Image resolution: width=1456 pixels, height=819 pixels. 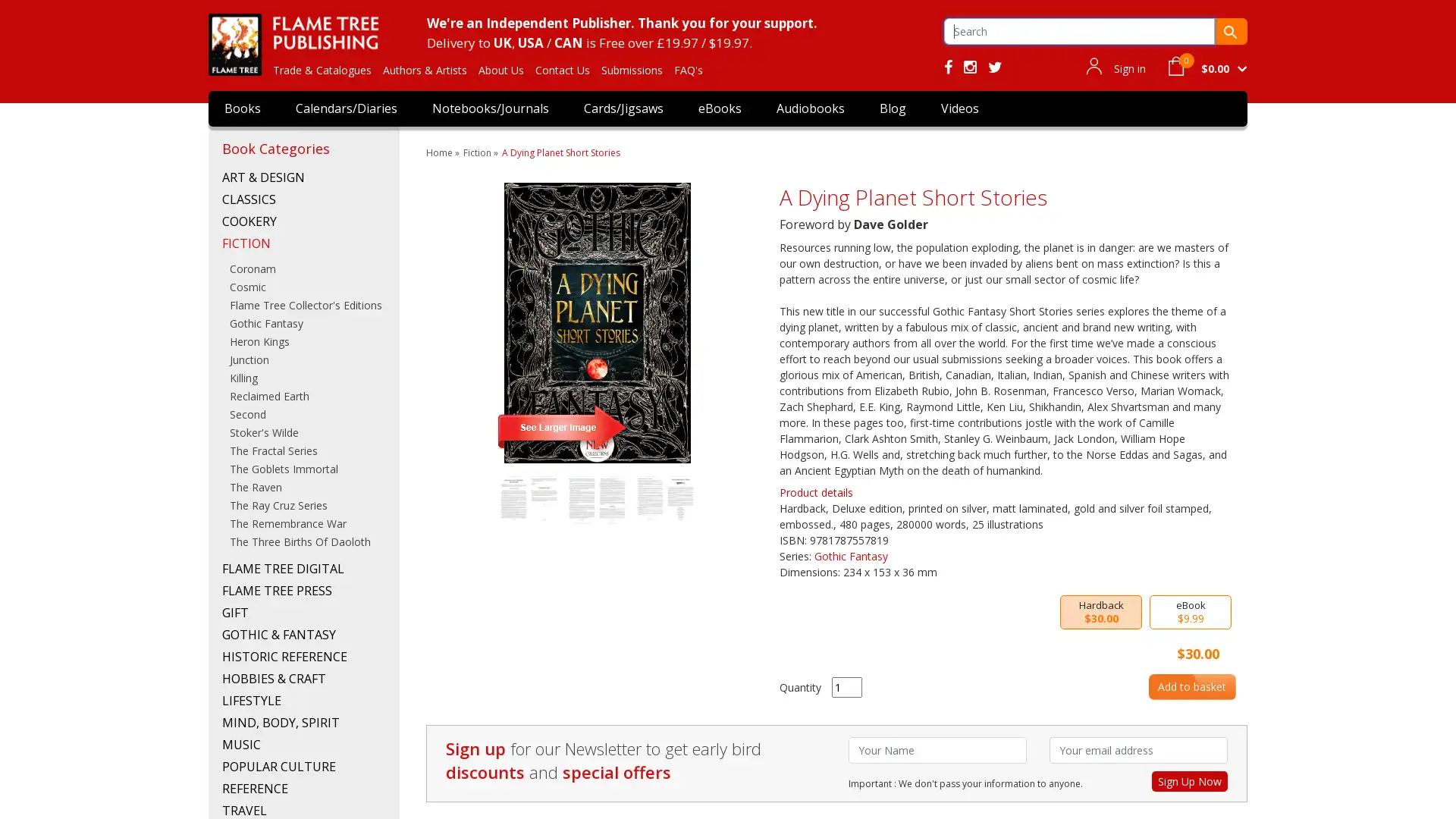 I want to click on Sign Up Now, so click(x=1189, y=781).